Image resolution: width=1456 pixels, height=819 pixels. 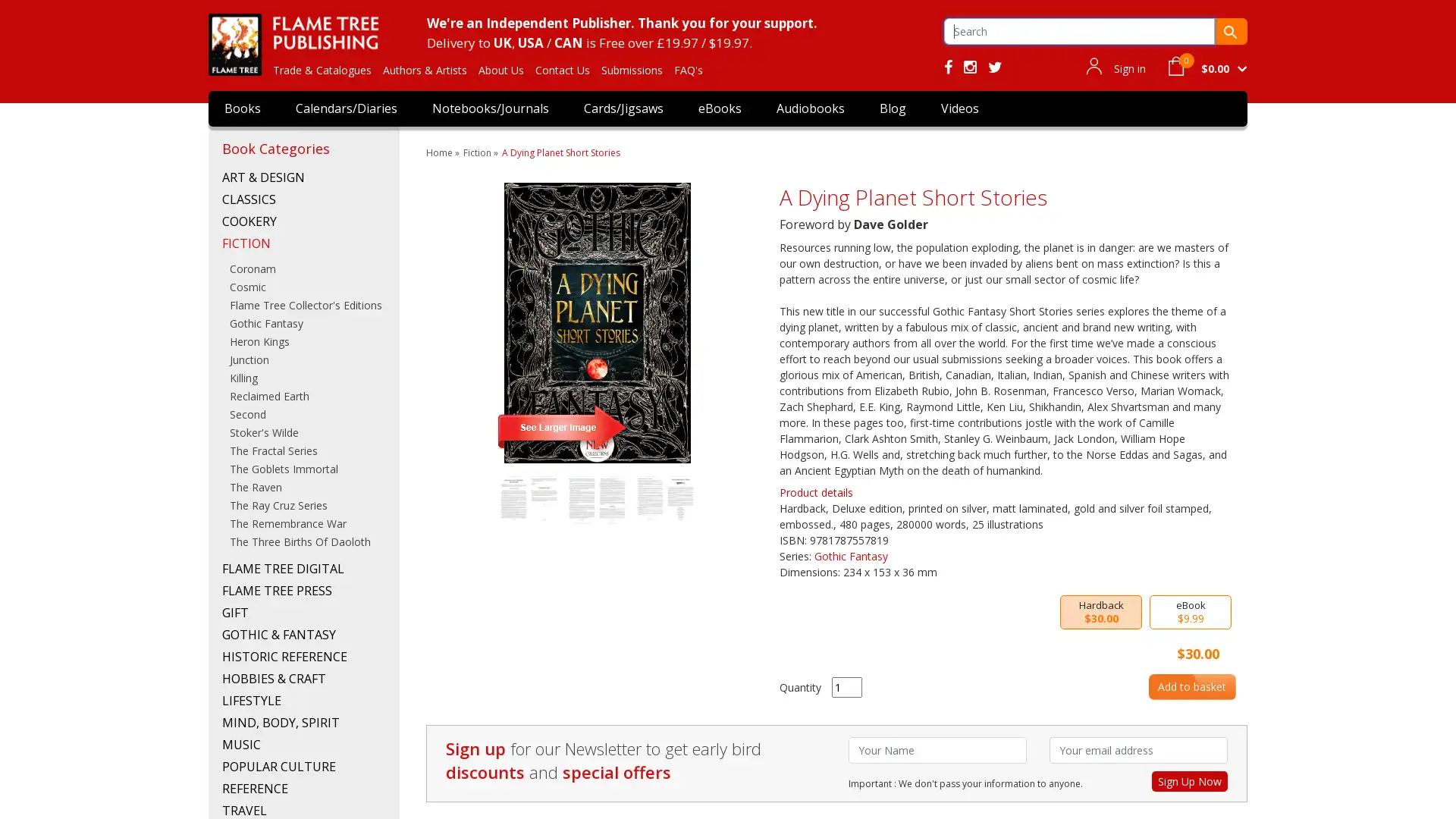 I want to click on Sign Up Now, so click(x=1189, y=781).